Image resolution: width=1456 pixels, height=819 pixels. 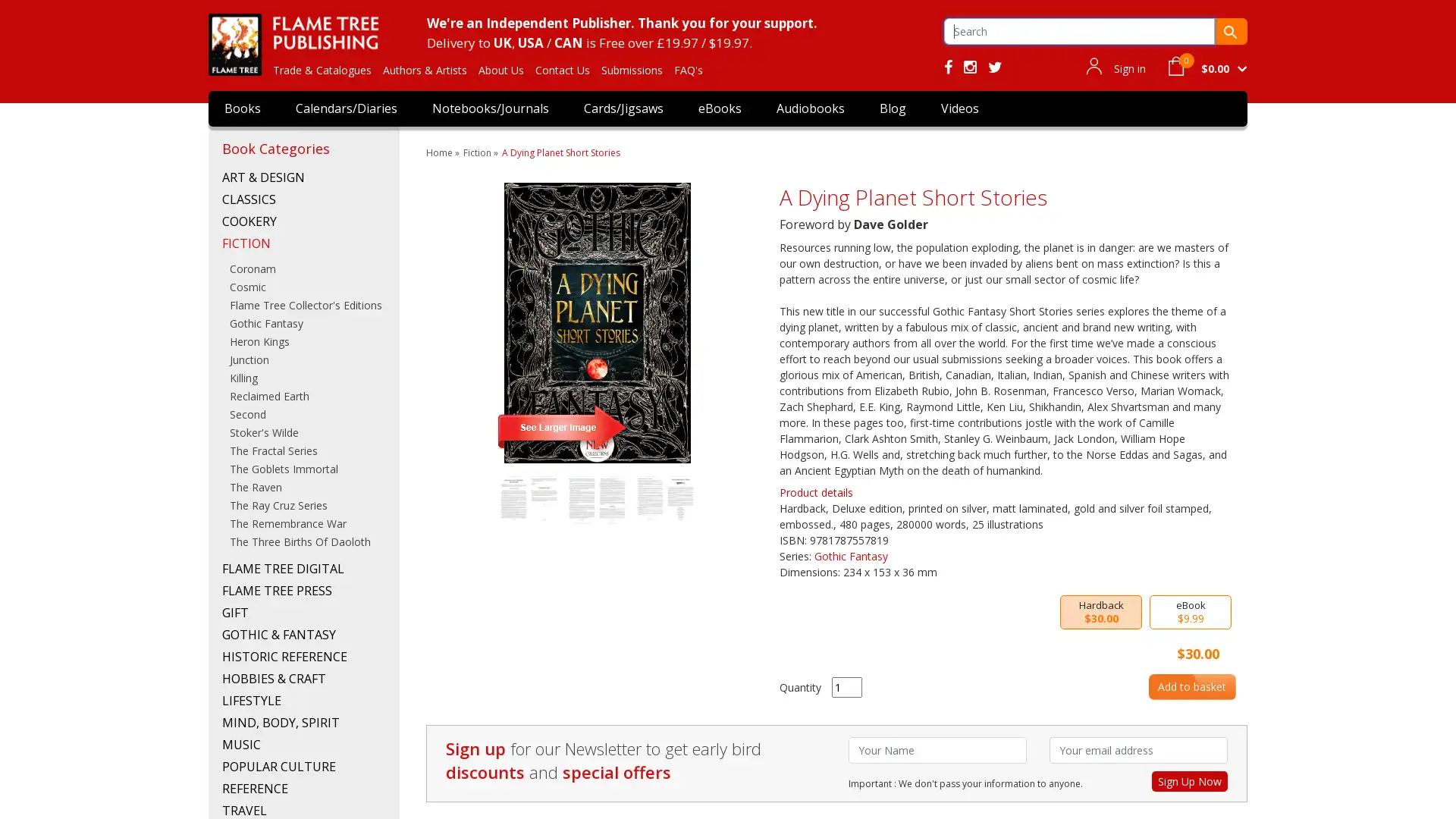 I want to click on Sign Up Now, so click(x=1189, y=781).